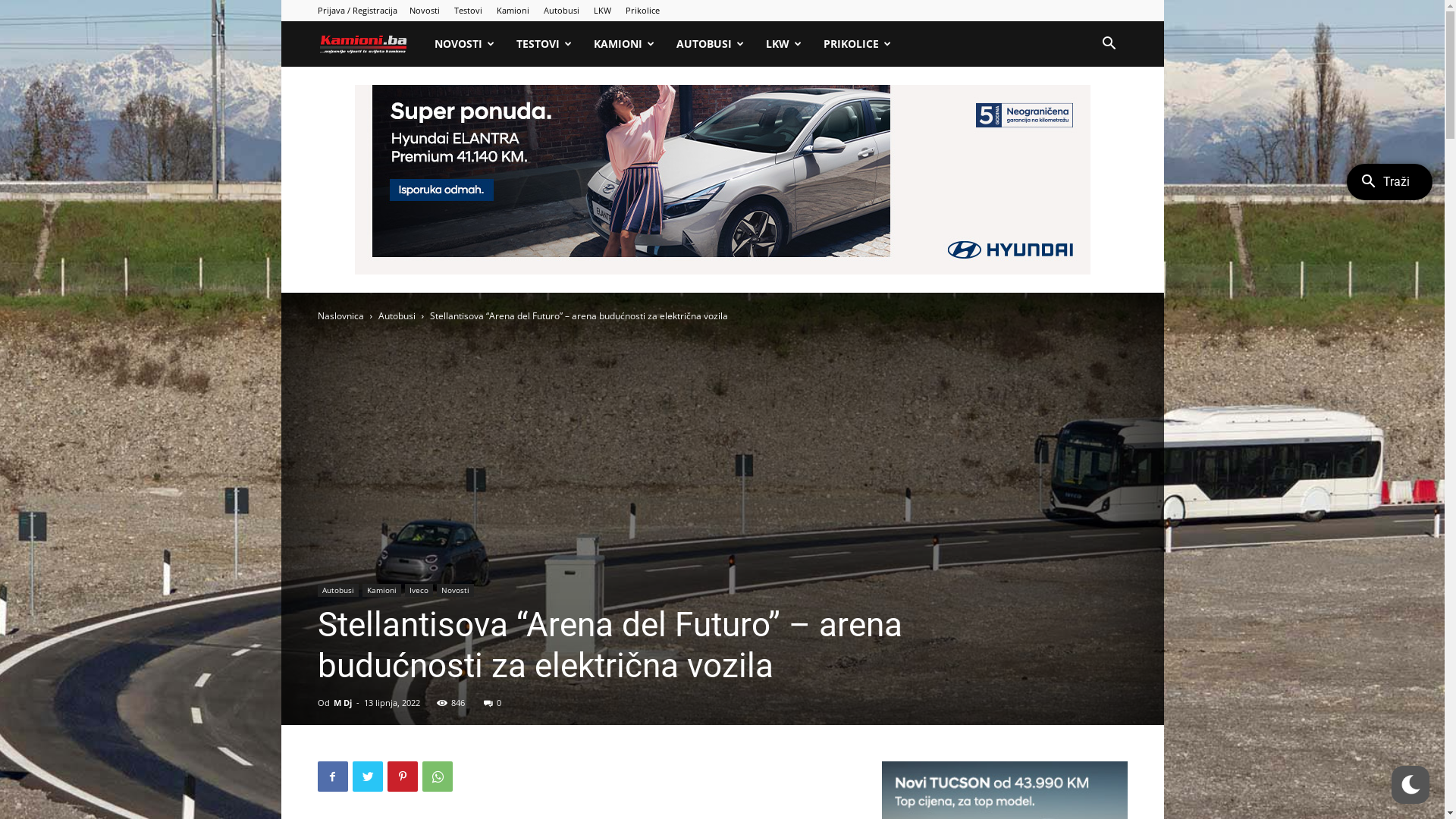 The height and width of the screenshot is (819, 1456). I want to click on 'Iveco', so click(419, 589).